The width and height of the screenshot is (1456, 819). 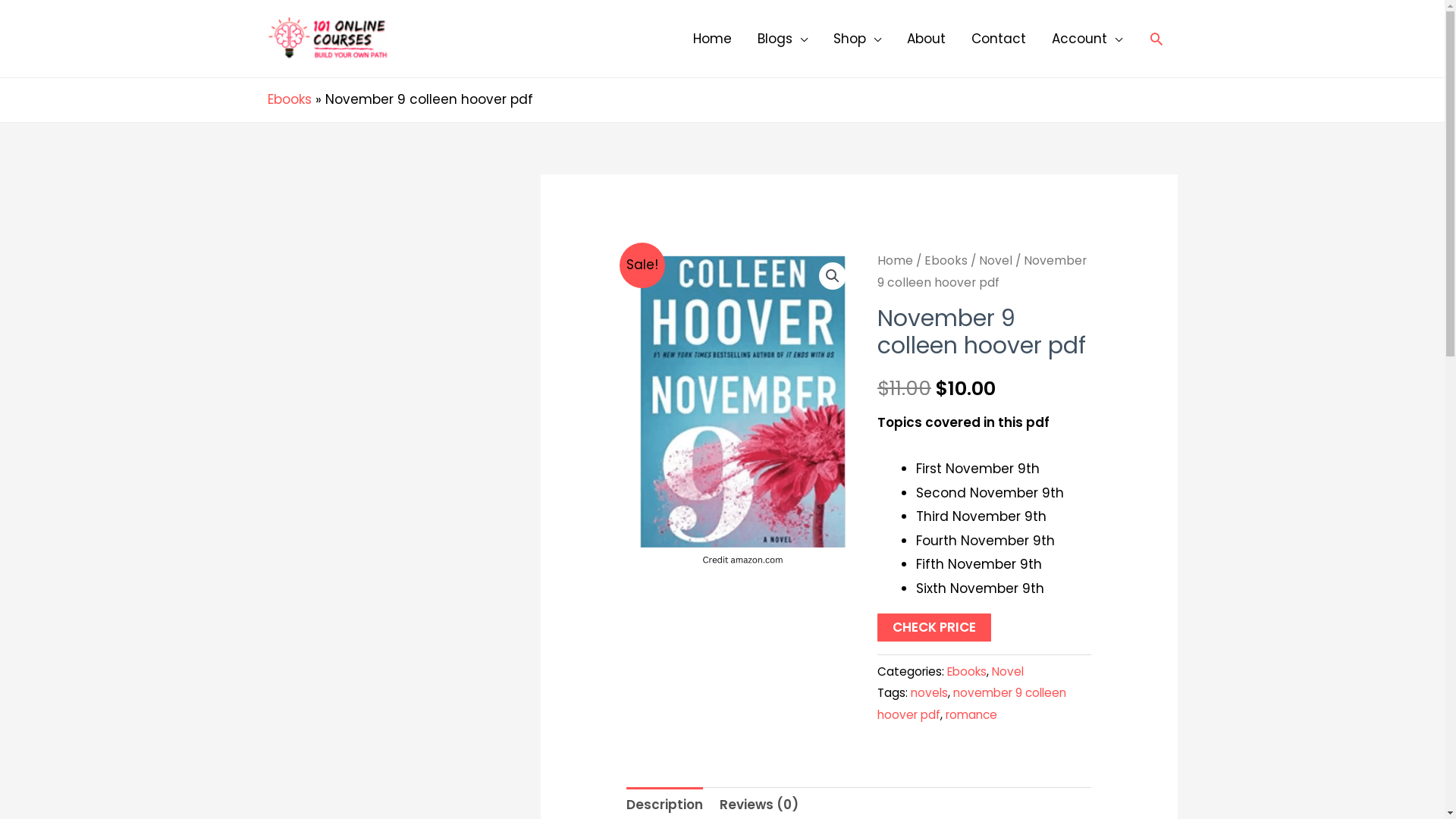 I want to click on 'romance', so click(x=971, y=714).